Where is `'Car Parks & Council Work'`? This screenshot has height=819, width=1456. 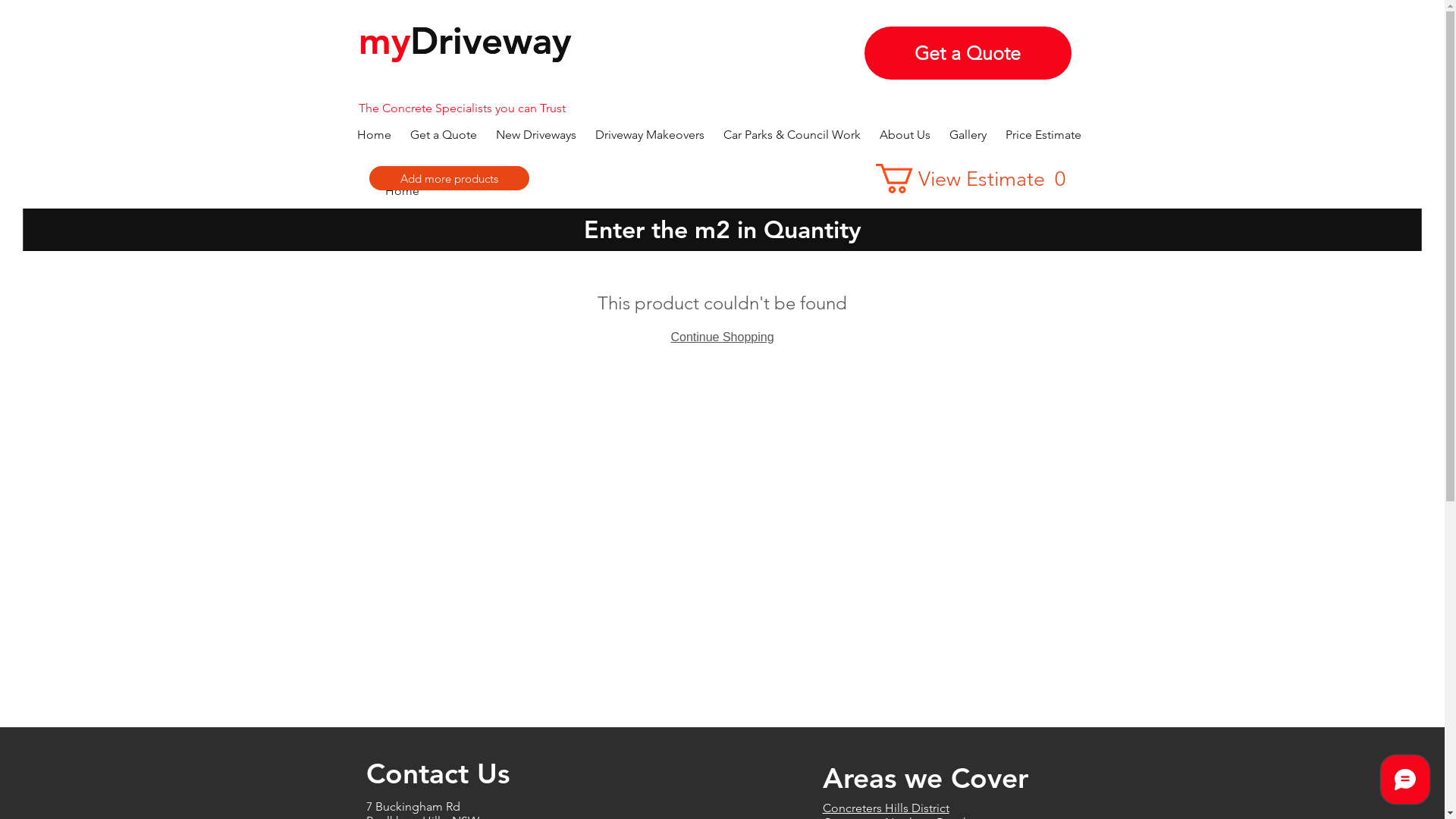 'Car Parks & Council Work' is located at coordinates (715, 133).